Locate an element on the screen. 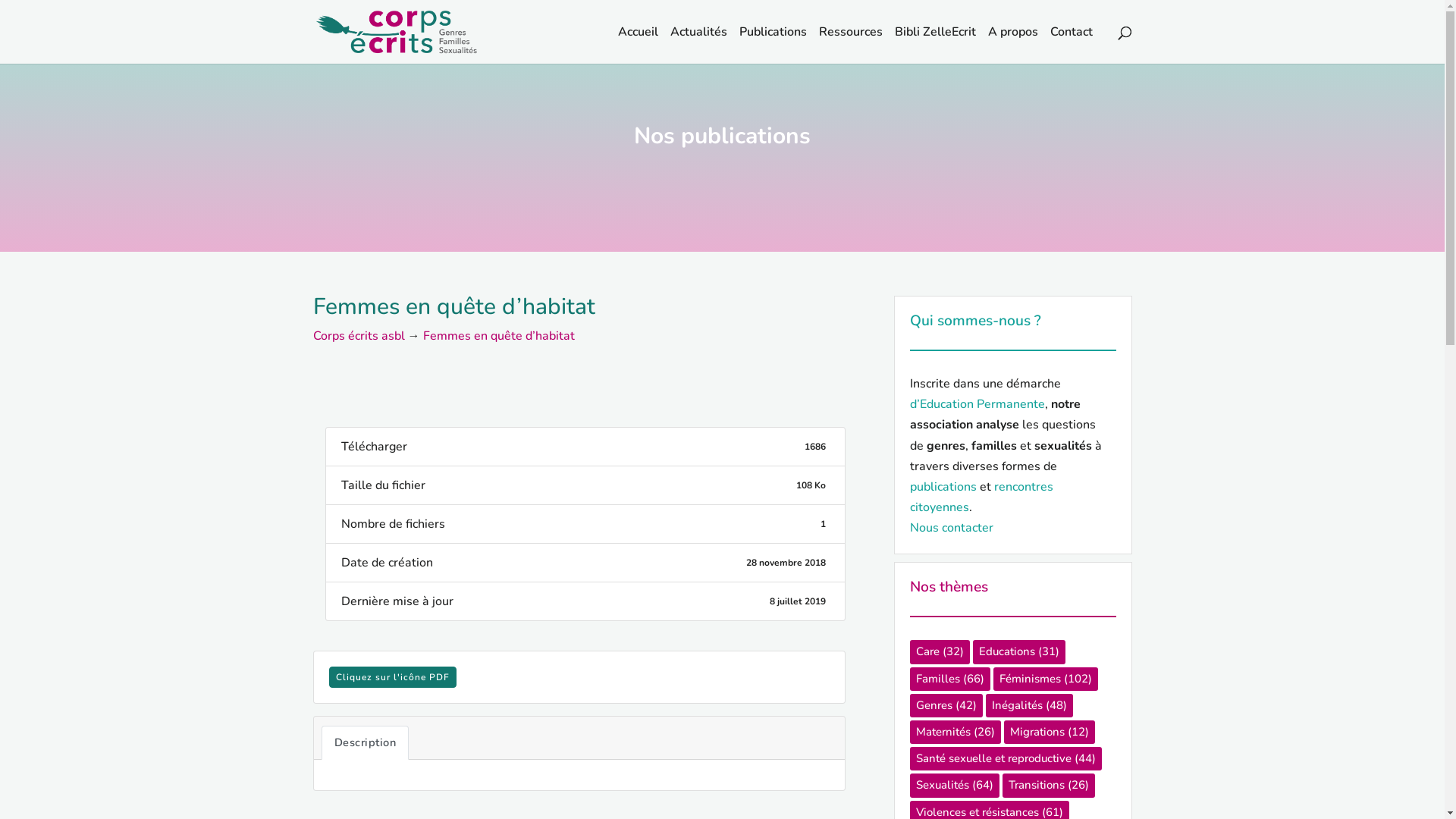 This screenshot has width=1456, height=819. 'A propos' is located at coordinates (1012, 44).